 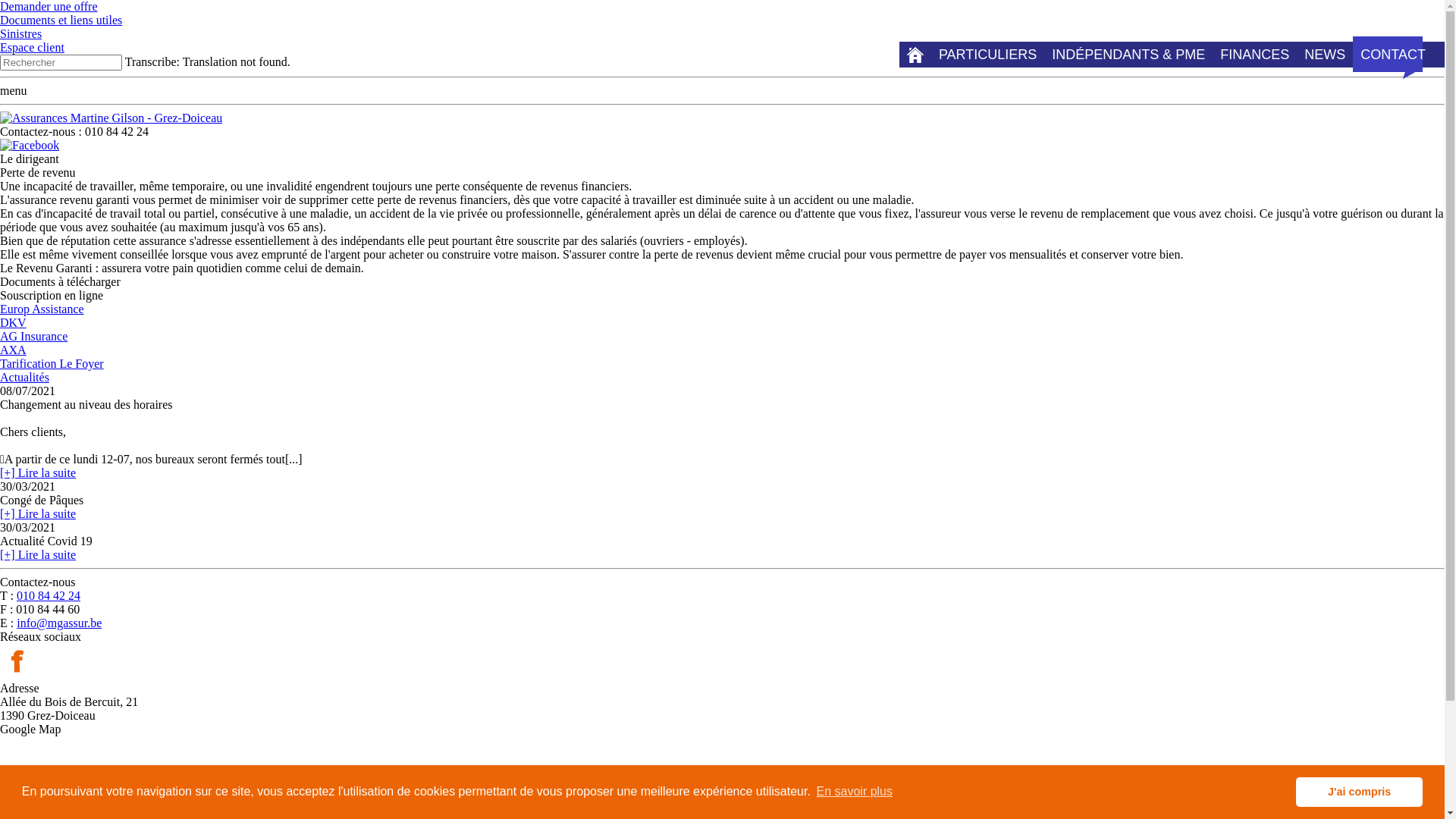 I want to click on 'Assurances Martine Gilson - Grez-Doiceau ', so click(x=110, y=117).